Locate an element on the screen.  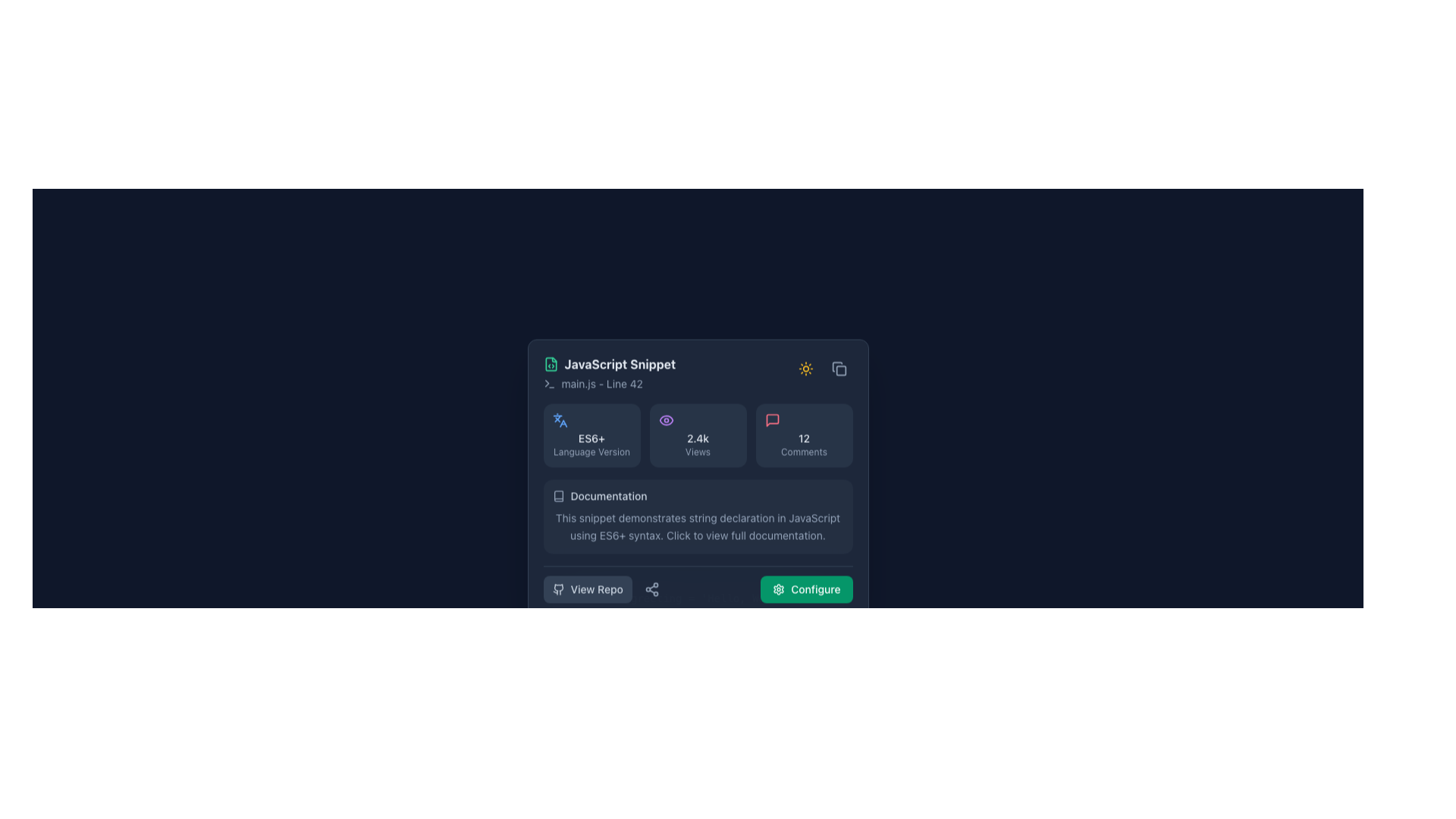
the static text label that displays 'main.js - Line 42', which is styled in light gray and is centrally aligned within a card interface is located at coordinates (601, 383).